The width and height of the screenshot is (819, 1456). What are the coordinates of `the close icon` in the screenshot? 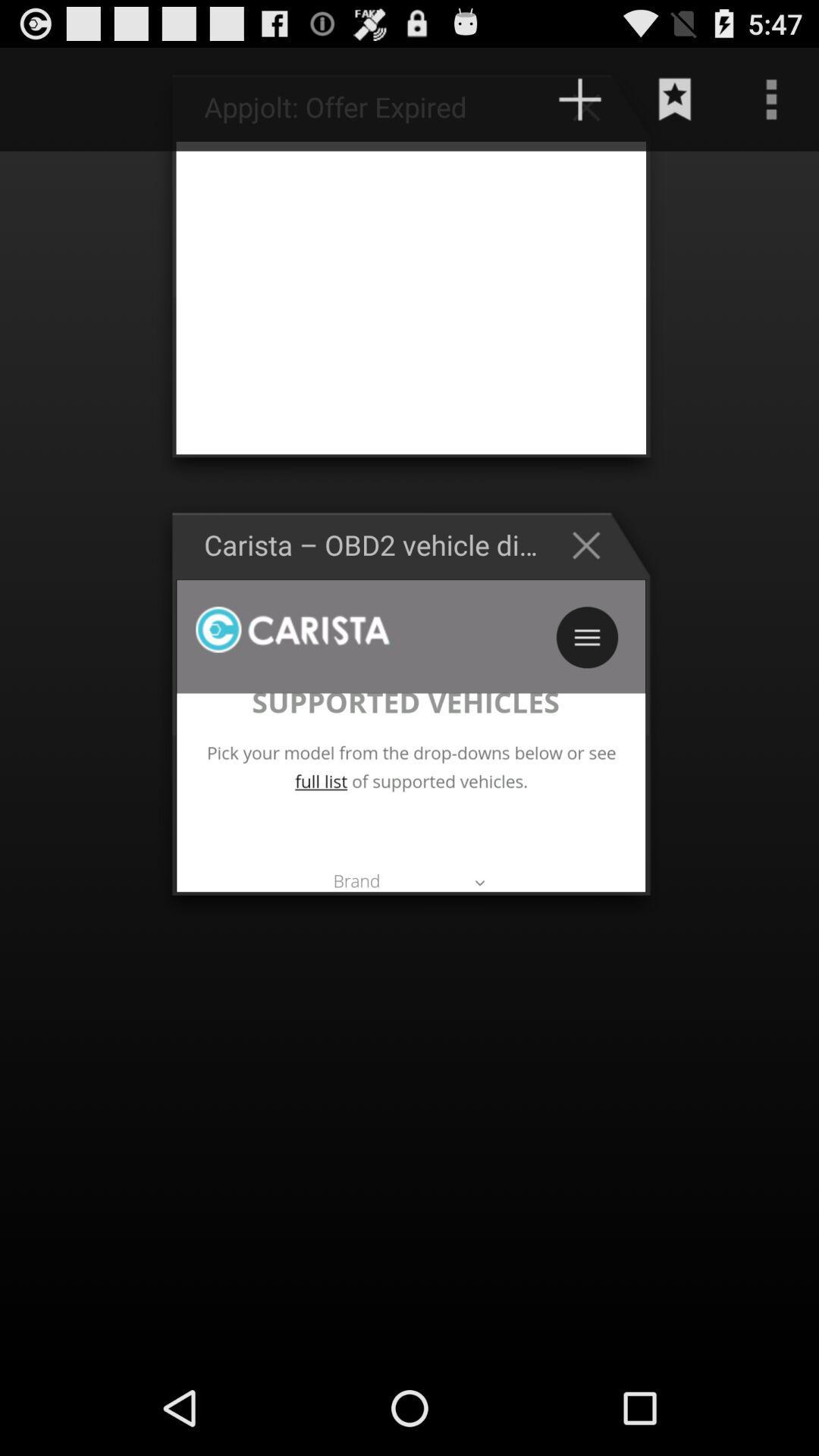 It's located at (593, 582).